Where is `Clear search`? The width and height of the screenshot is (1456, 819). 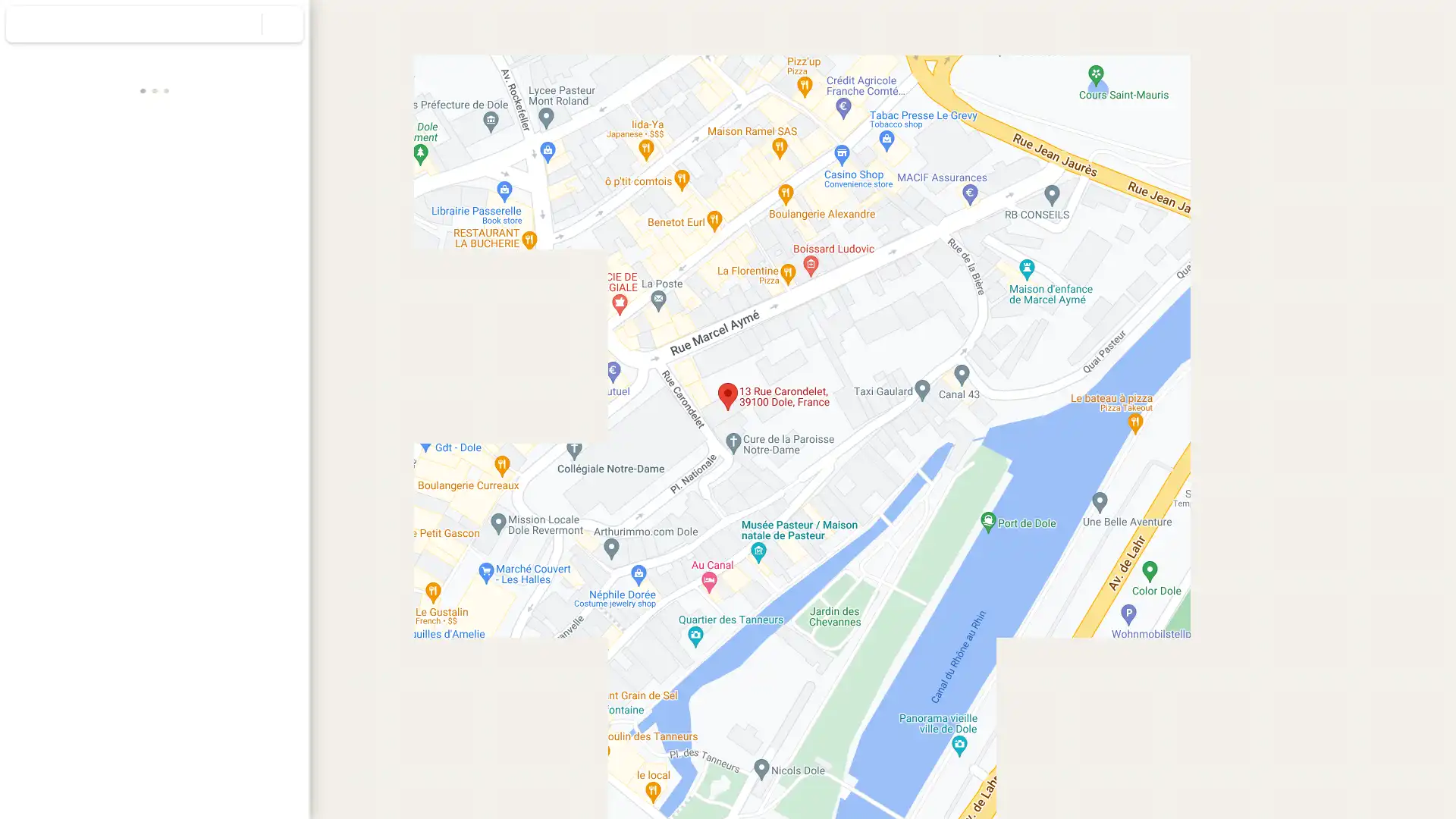 Clear search is located at coordinates (283, 24).